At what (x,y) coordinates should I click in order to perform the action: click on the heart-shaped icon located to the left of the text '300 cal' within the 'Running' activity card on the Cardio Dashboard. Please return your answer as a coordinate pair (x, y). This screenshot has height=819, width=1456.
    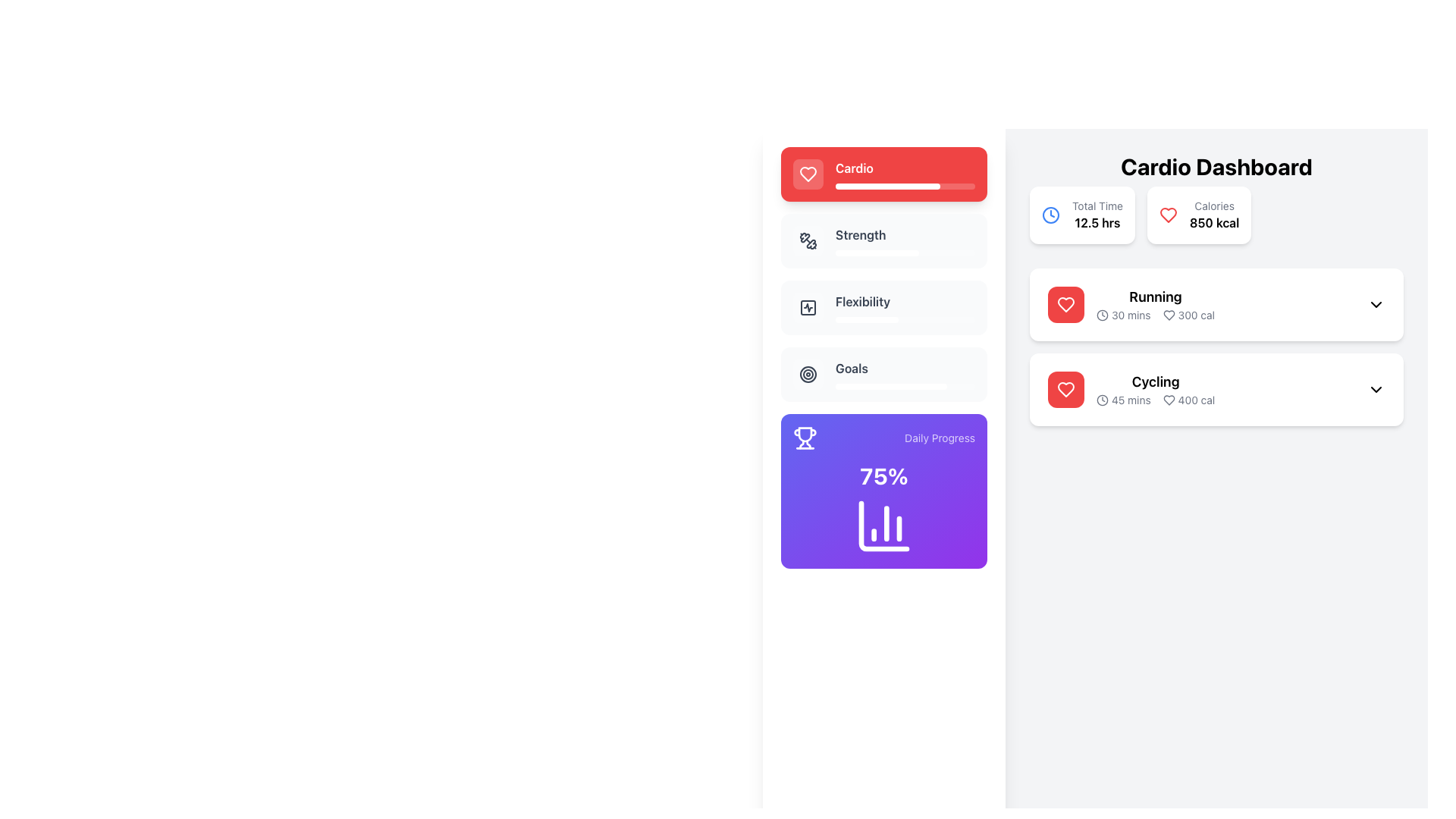
    Looking at the image, I should click on (1168, 315).